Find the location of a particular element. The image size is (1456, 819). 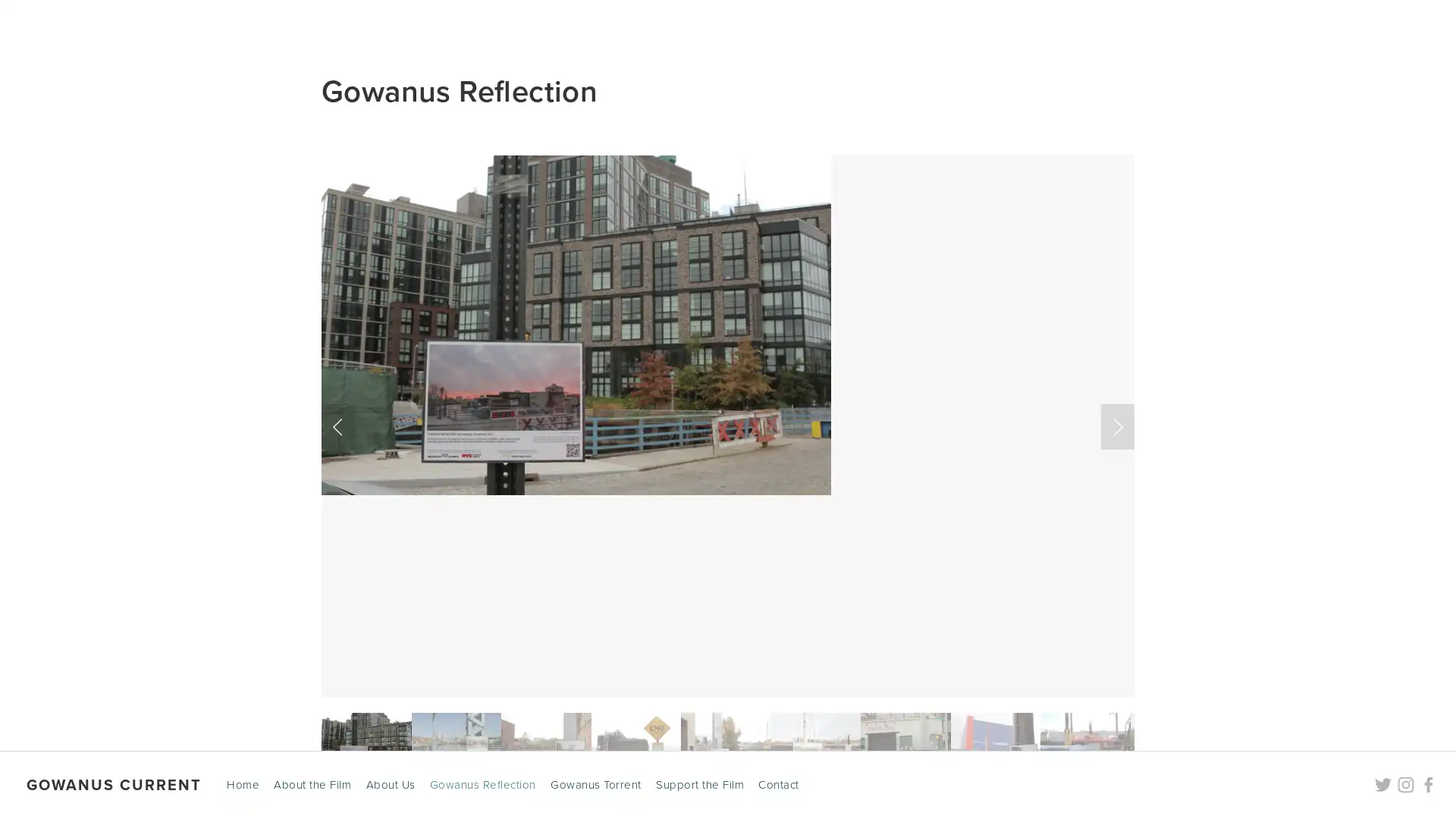

Slide 3 is located at coordinates (546, 741).